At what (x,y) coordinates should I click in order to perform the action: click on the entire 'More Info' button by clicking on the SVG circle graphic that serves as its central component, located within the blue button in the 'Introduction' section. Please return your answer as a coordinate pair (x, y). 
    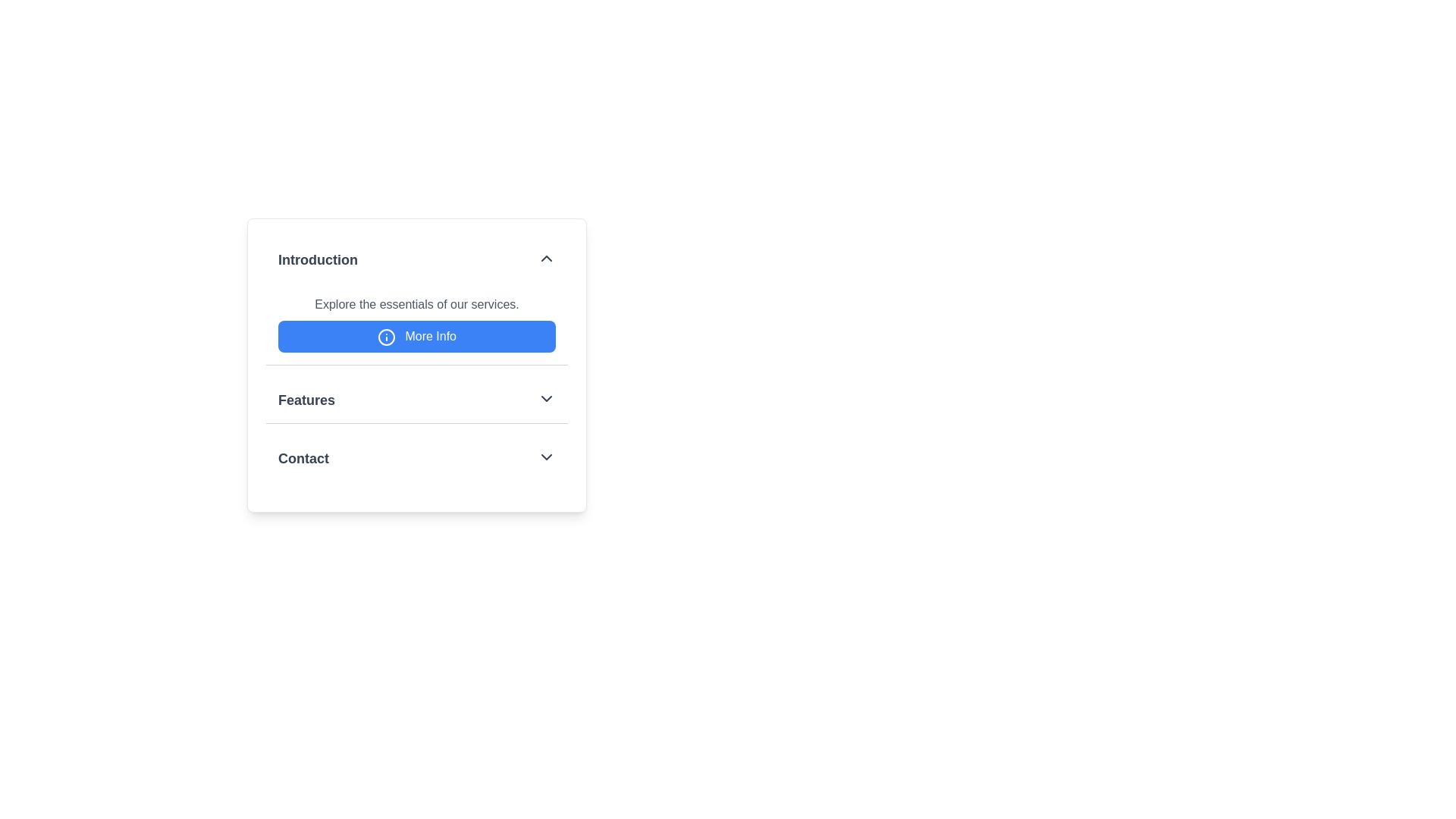
    Looking at the image, I should click on (386, 336).